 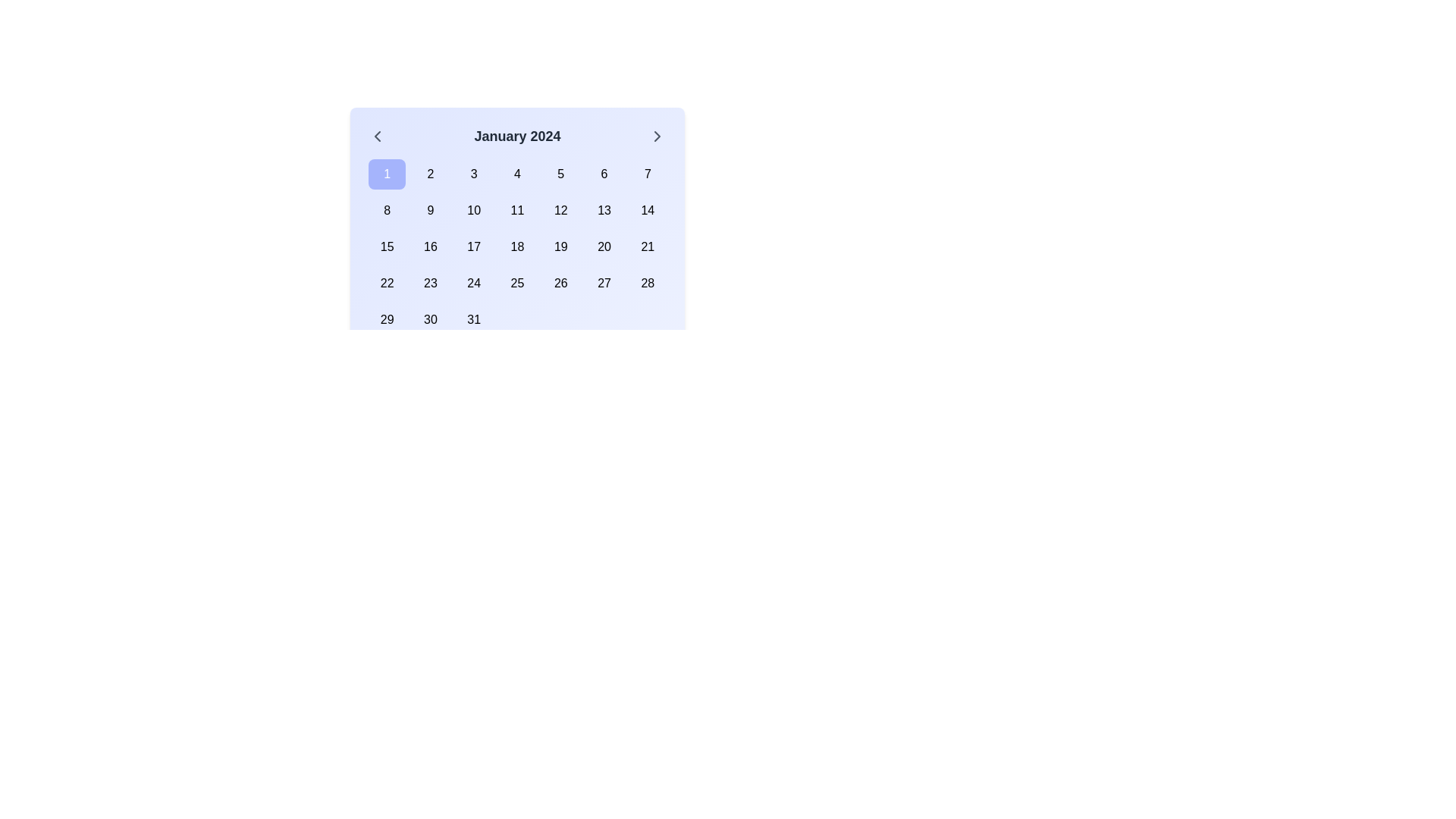 I want to click on the 'previous month' button located at the far left of the calendar header, so click(x=378, y=136).